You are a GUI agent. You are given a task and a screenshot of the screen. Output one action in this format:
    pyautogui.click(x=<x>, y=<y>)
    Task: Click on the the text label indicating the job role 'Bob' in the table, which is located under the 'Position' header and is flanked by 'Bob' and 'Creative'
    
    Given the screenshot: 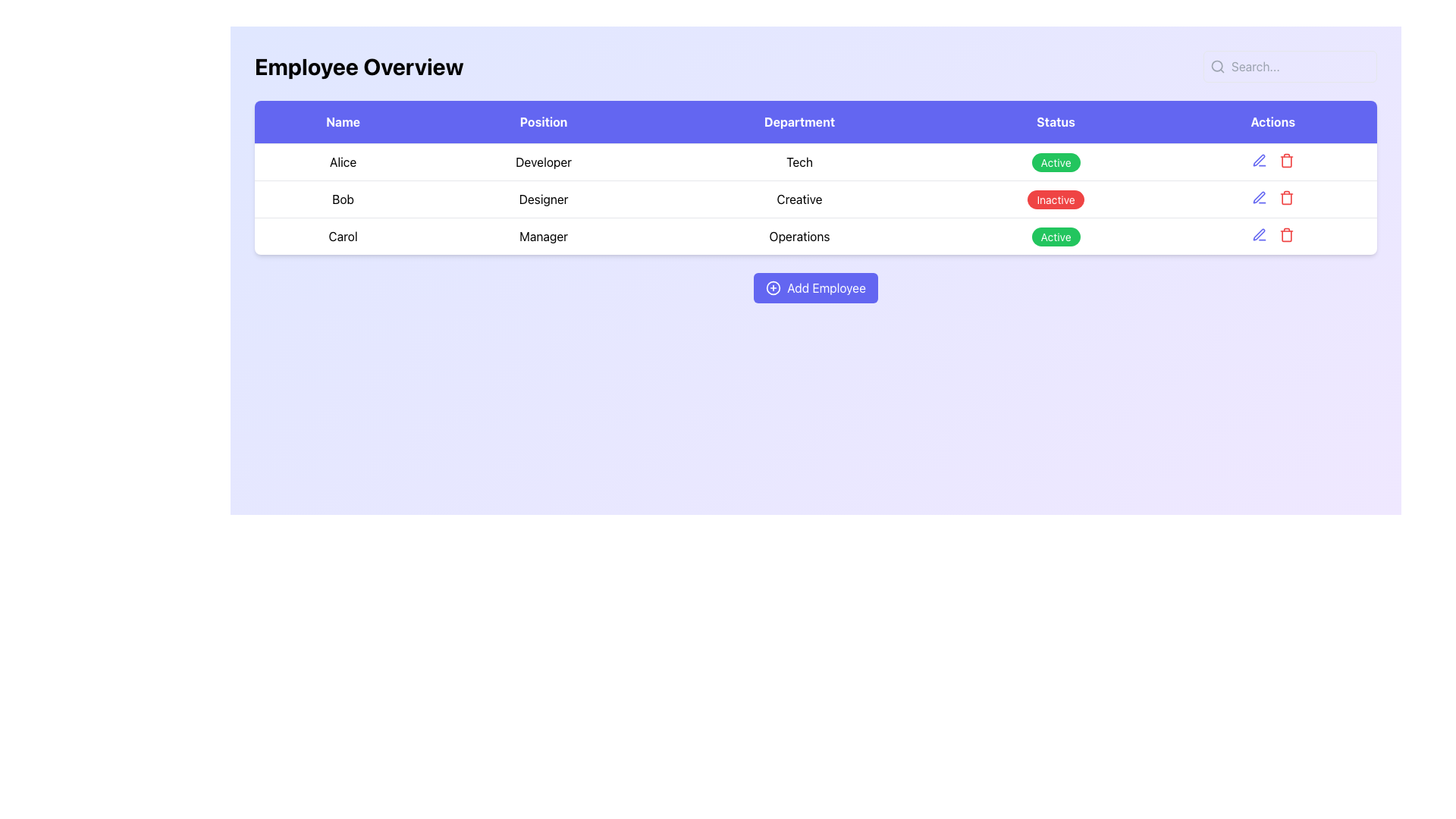 What is the action you would take?
    pyautogui.click(x=544, y=198)
    